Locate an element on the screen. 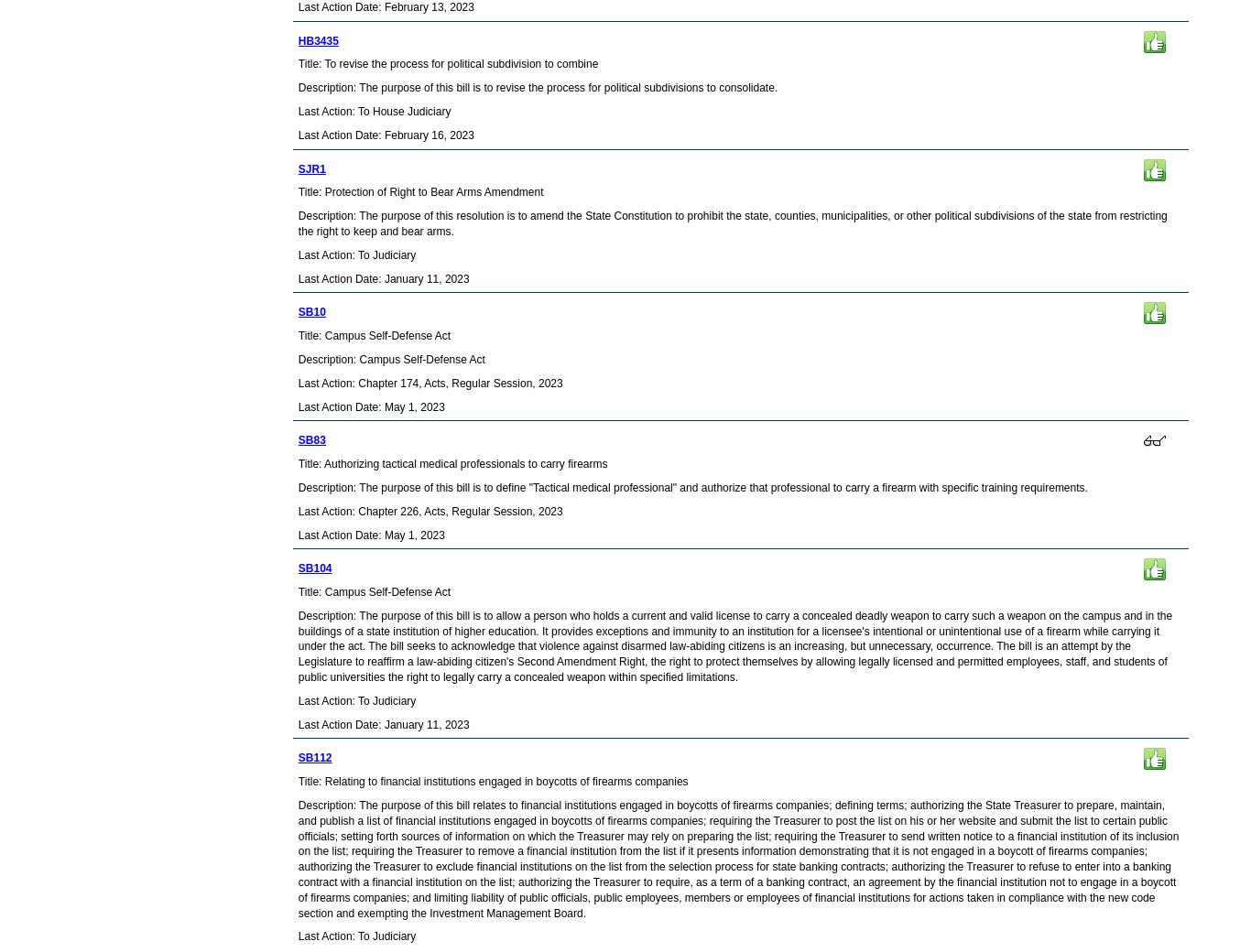 Image resolution: width=1251 pixels, height=952 pixels. 'Title: Protection of Right to Bear Arms Amendment' is located at coordinates (297, 191).